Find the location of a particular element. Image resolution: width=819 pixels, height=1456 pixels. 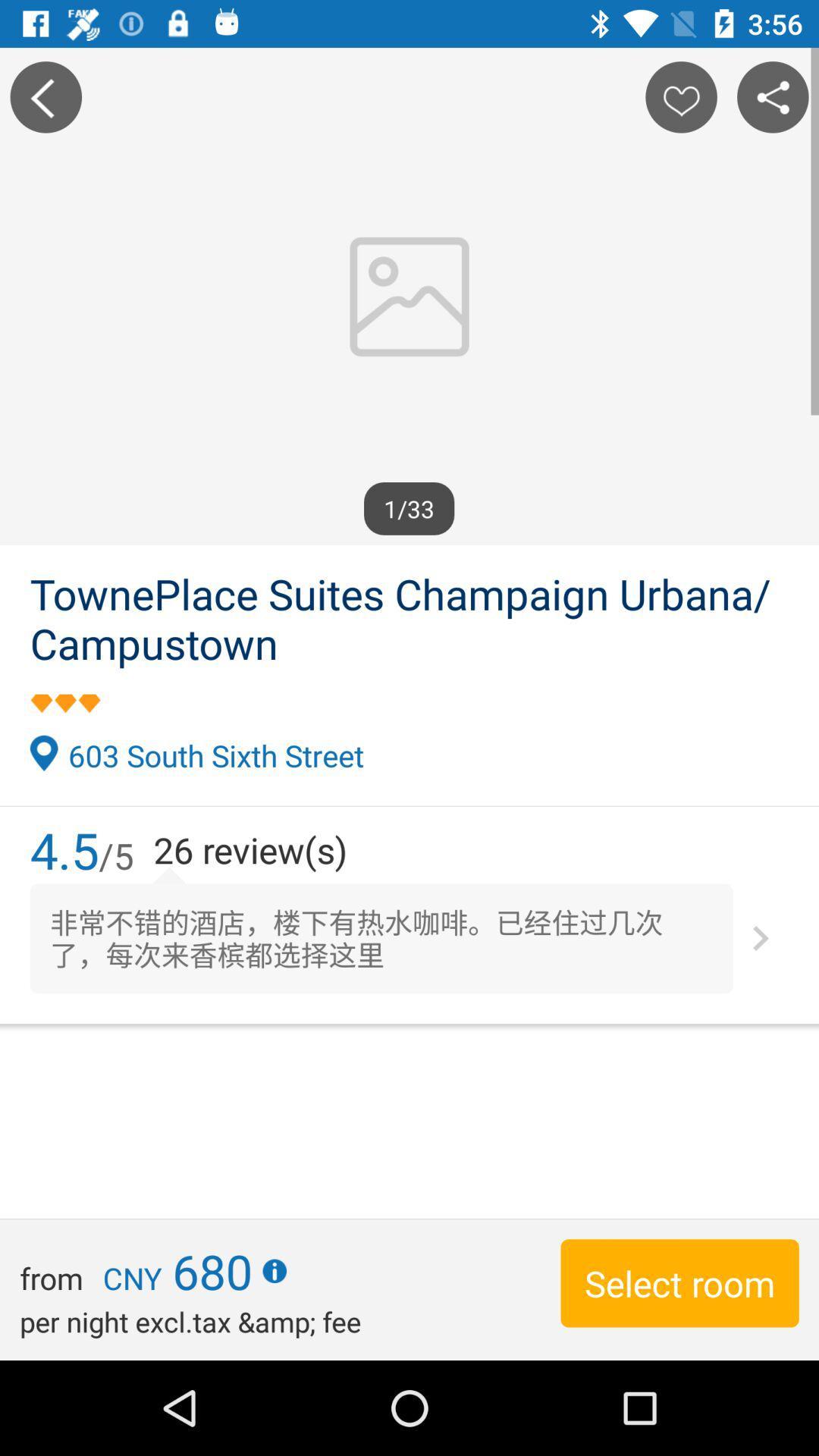

the item above towneplace suites champaign item is located at coordinates (45, 96).